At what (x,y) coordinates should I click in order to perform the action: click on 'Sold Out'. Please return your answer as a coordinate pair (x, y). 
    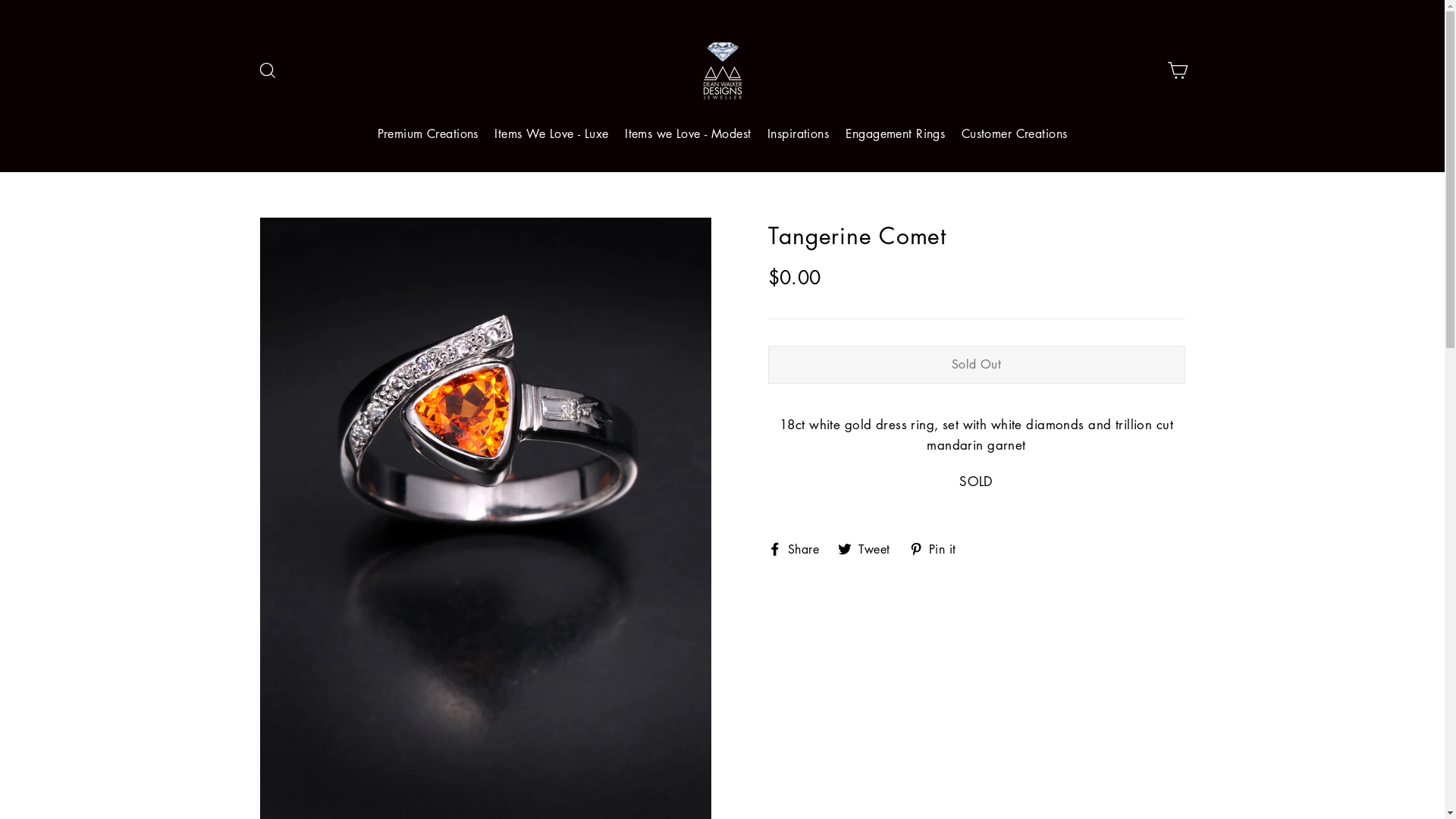
    Looking at the image, I should click on (975, 365).